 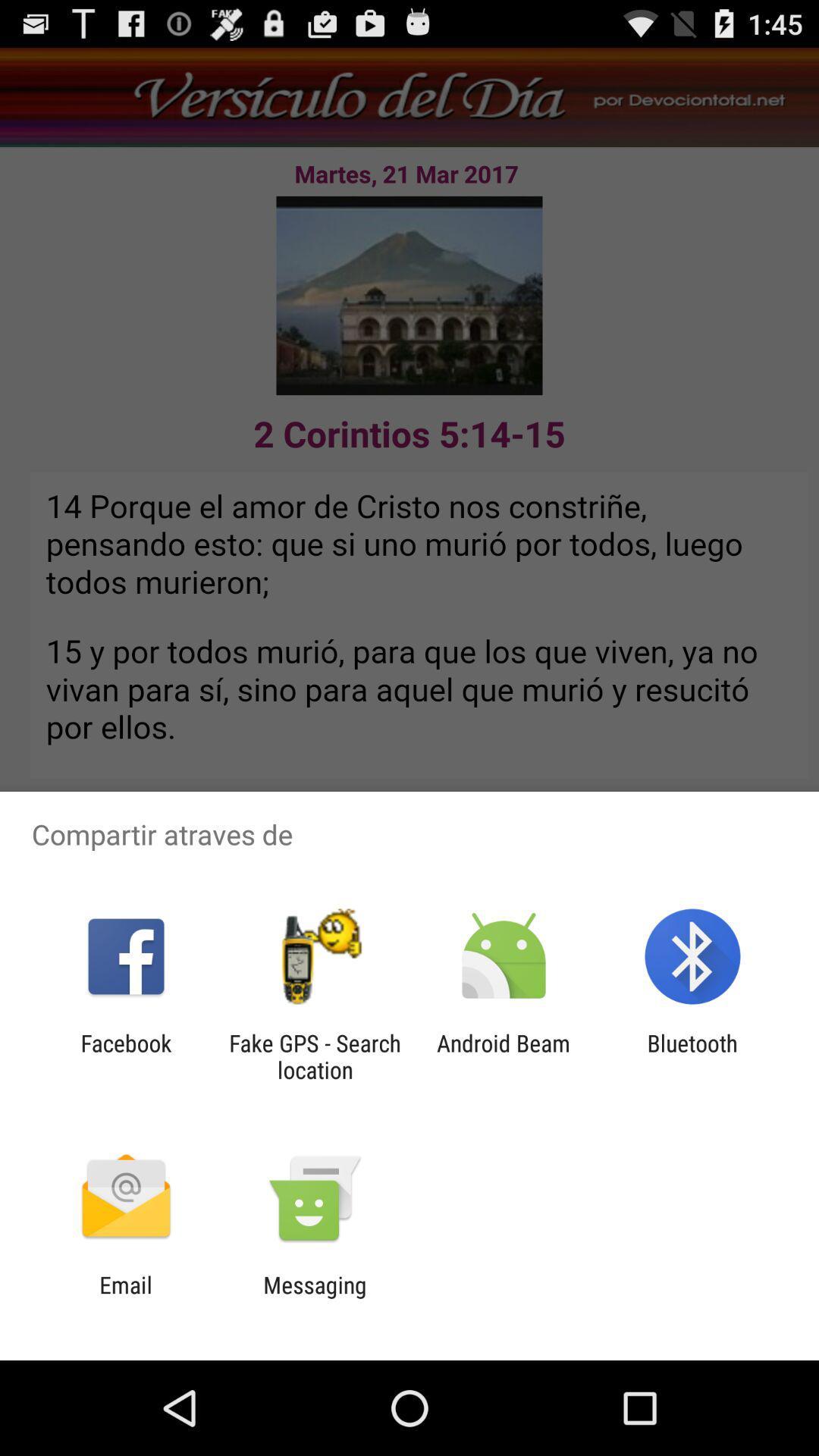 What do you see at coordinates (125, 1298) in the screenshot?
I see `the app next to the messaging icon` at bounding box center [125, 1298].